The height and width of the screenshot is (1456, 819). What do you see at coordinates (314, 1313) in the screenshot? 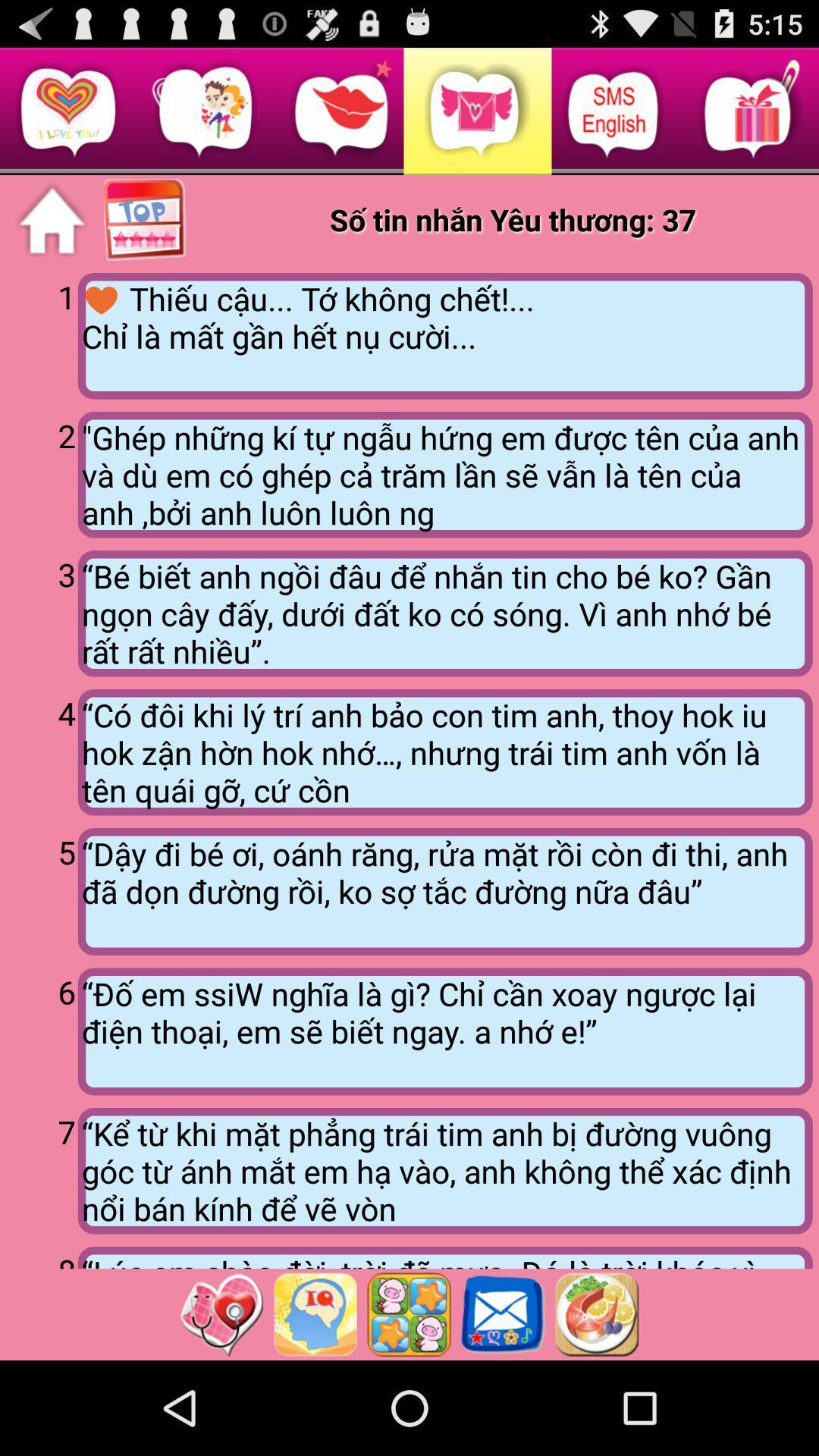
I see `man mind` at bounding box center [314, 1313].